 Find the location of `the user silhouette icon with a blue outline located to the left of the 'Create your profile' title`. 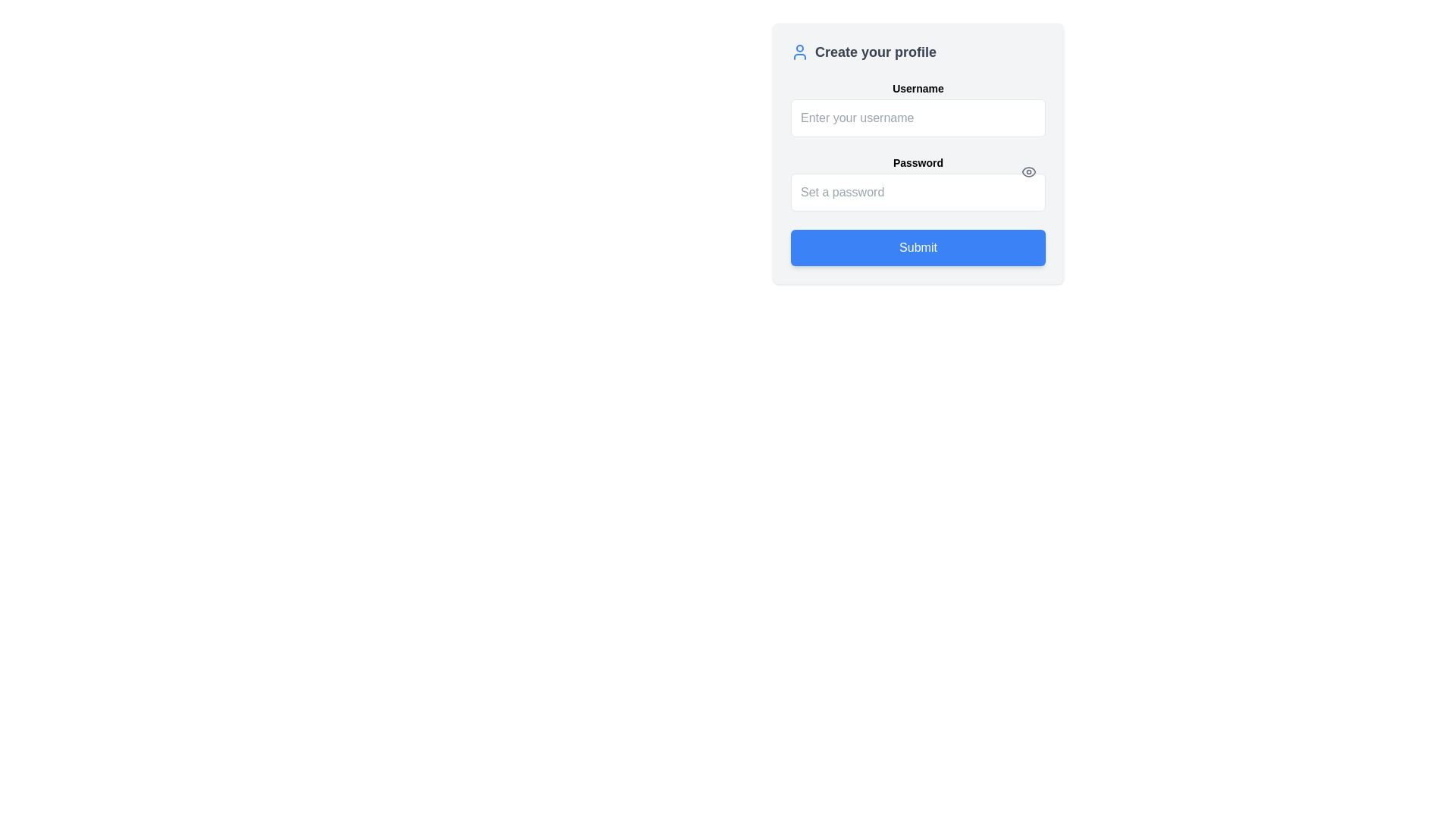

the user silhouette icon with a blue outline located to the left of the 'Create your profile' title is located at coordinates (799, 52).